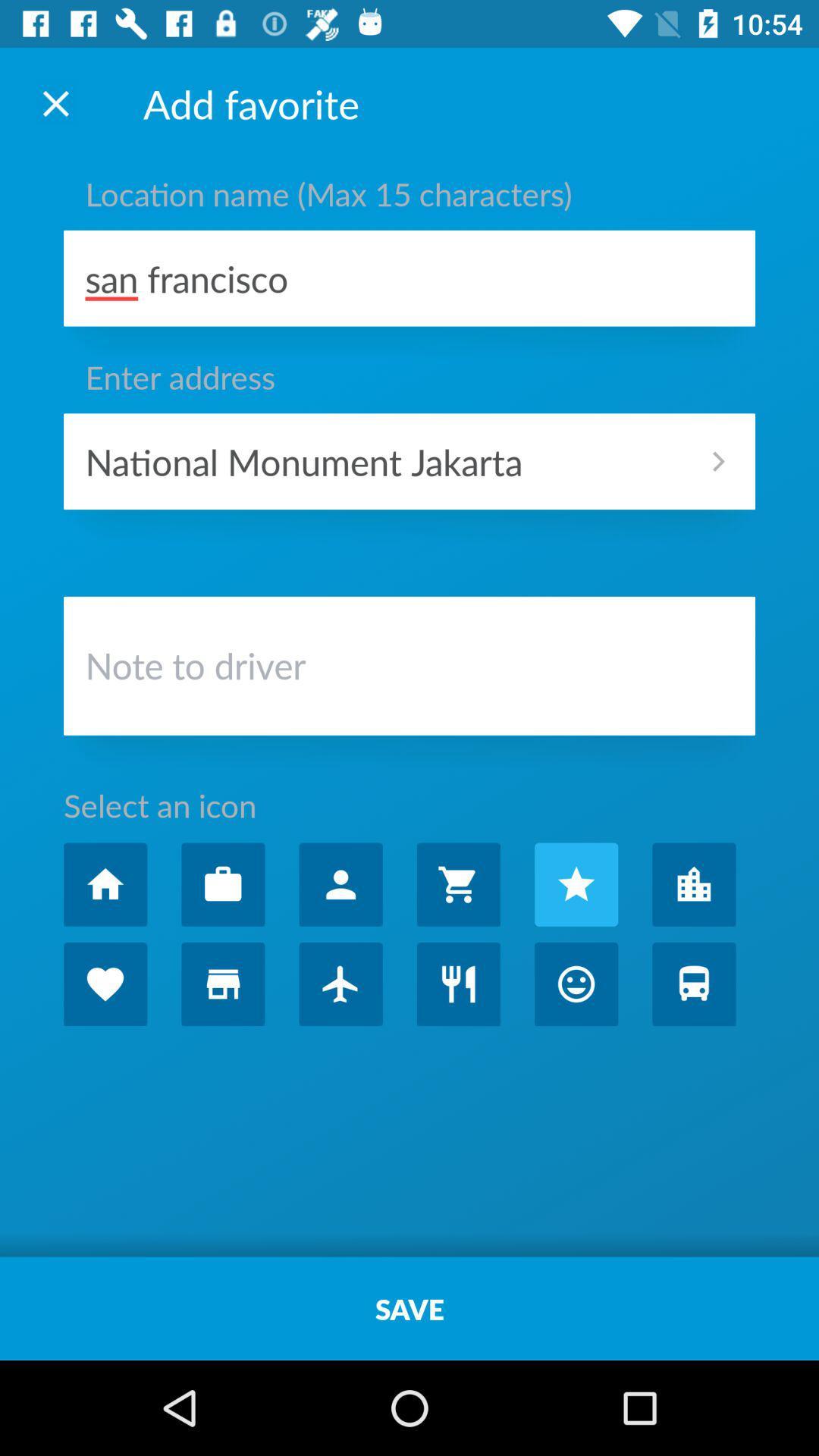 Image resolution: width=819 pixels, height=1456 pixels. Describe the element at coordinates (457, 884) in the screenshot. I see `shopping cart` at that location.